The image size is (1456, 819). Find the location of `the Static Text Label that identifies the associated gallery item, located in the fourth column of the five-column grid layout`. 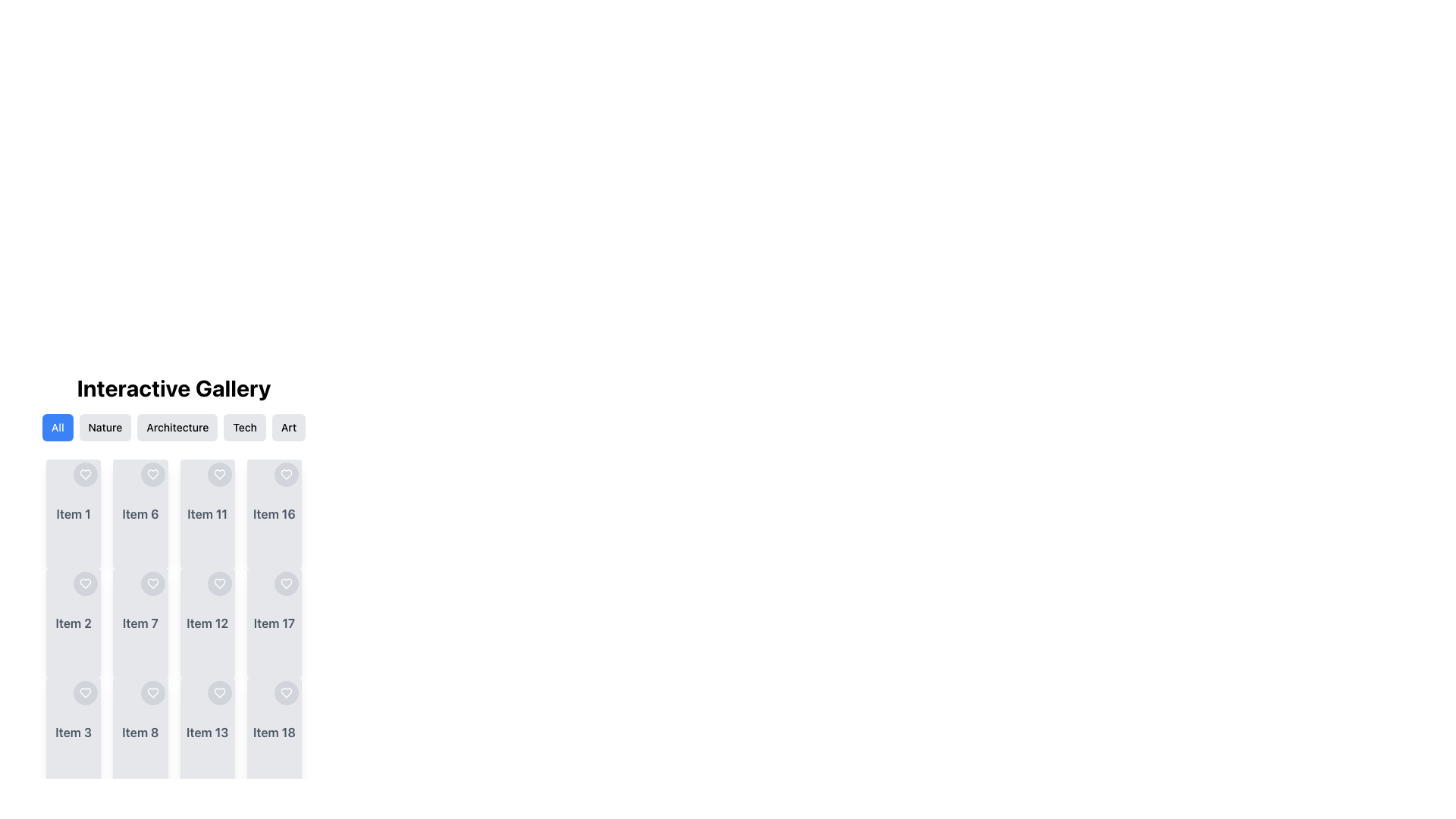

the Static Text Label that identifies the associated gallery item, located in the fourth column of the five-column grid layout is located at coordinates (274, 513).